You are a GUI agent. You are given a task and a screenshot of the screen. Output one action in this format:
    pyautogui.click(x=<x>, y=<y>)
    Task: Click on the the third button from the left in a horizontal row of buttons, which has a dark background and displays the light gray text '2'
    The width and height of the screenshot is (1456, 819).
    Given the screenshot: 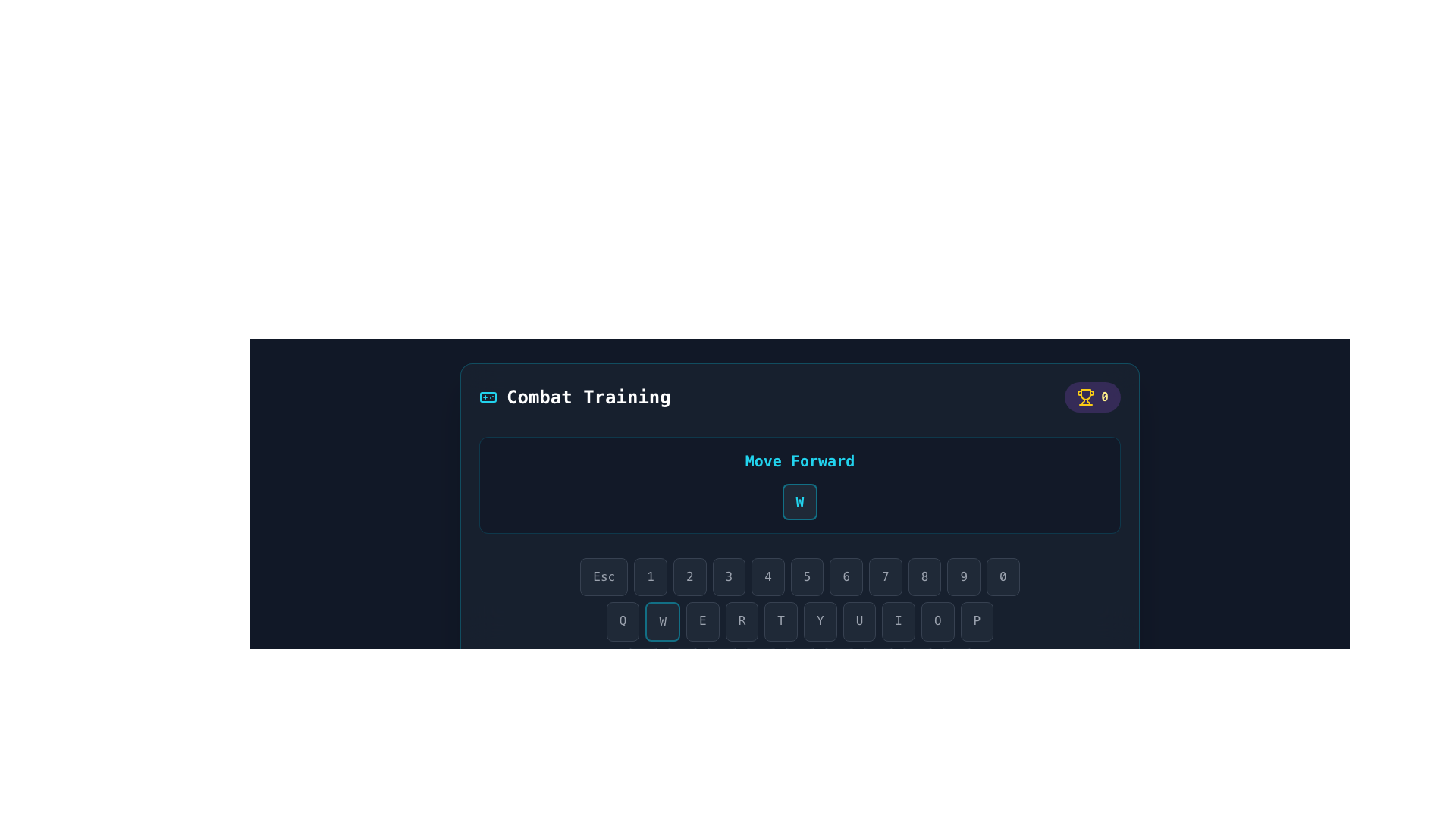 What is the action you would take?
    pyautogui.click(x=689, y=576)
    